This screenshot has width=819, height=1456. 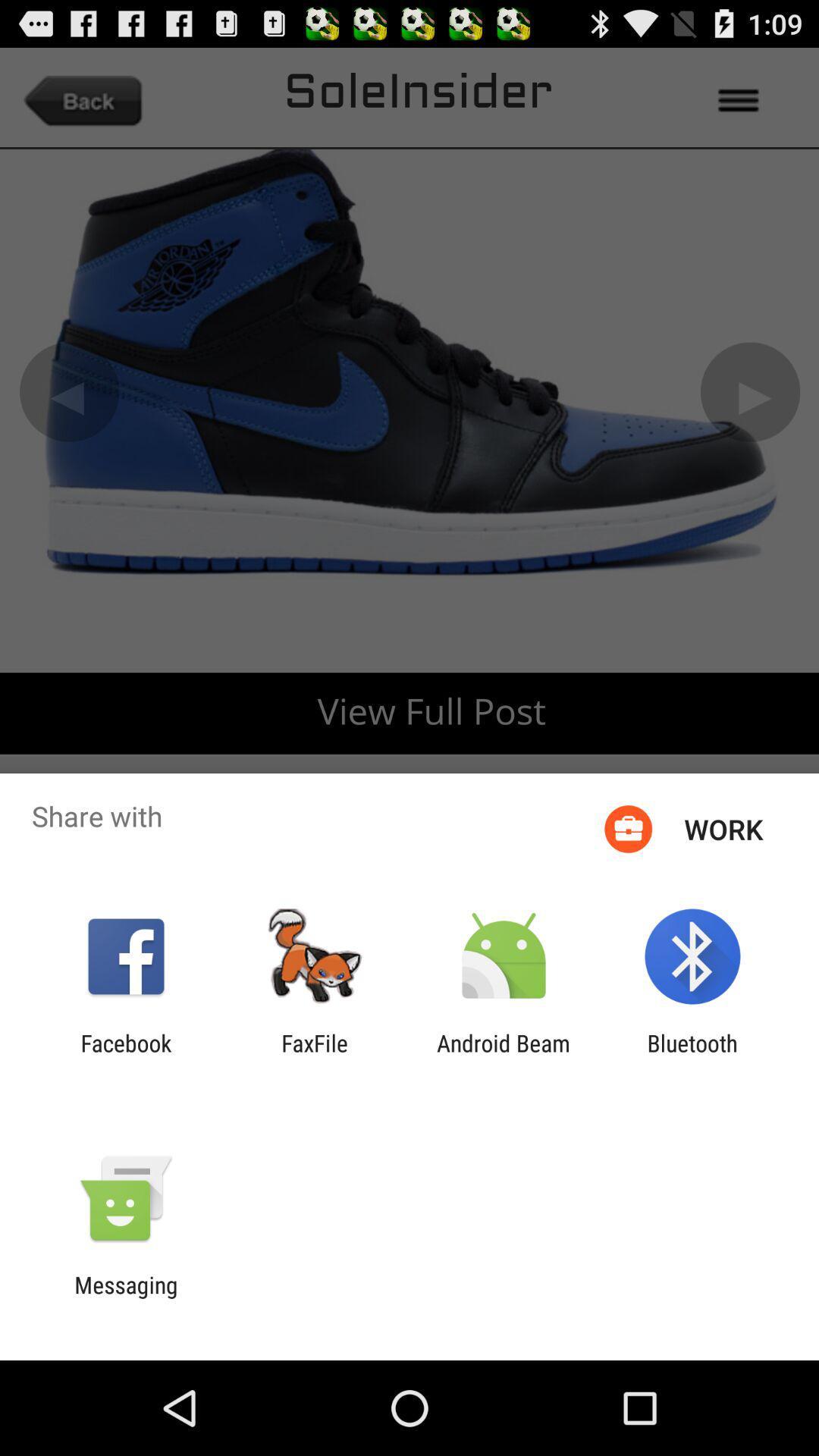 What do you see at coordinates (692, 1056) in the screenshot?
I see `the bluetooth icon` at bounding box center [692, 1056].